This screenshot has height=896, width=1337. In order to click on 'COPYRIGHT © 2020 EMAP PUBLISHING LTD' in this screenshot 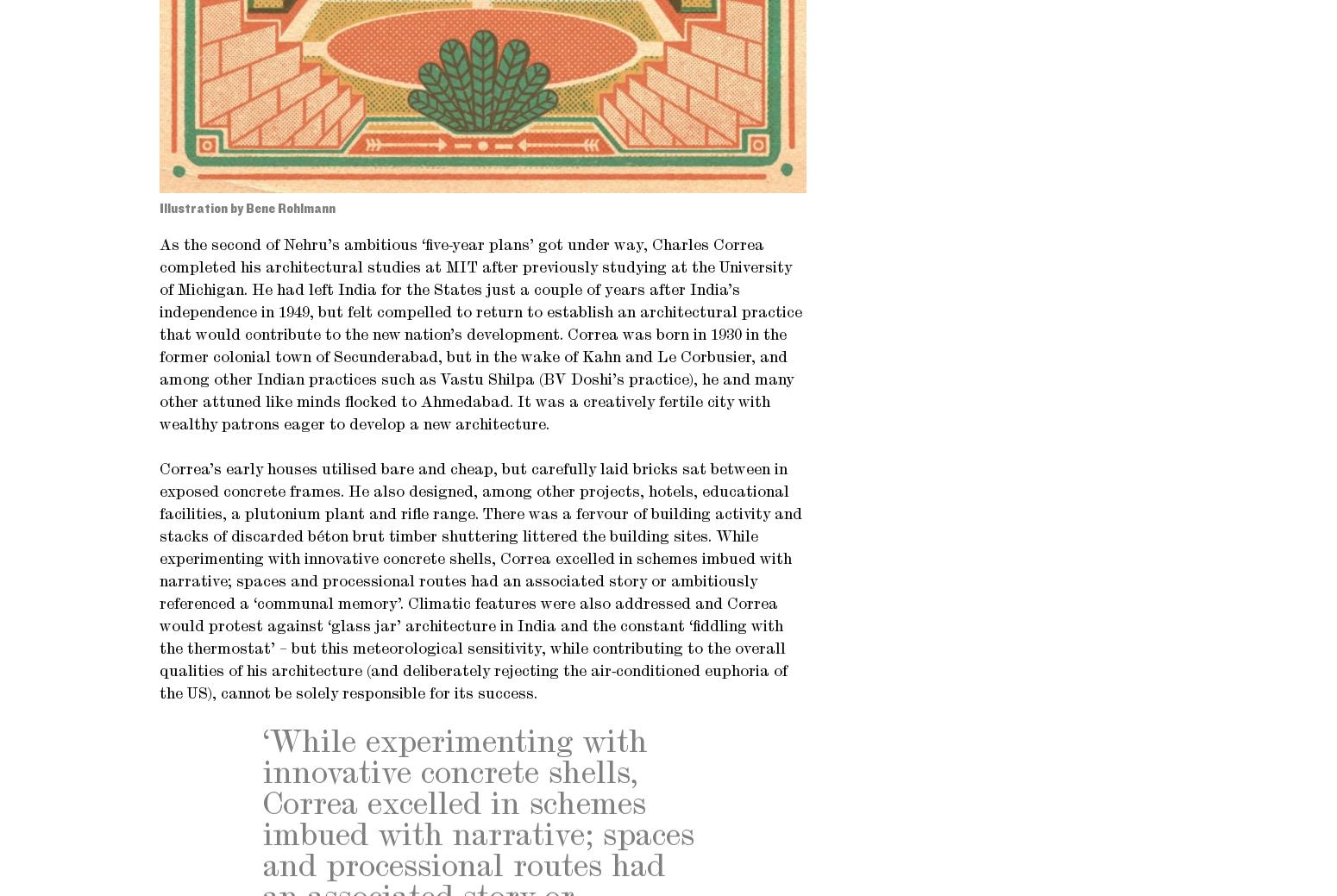, I will do `click(301, 157)`.